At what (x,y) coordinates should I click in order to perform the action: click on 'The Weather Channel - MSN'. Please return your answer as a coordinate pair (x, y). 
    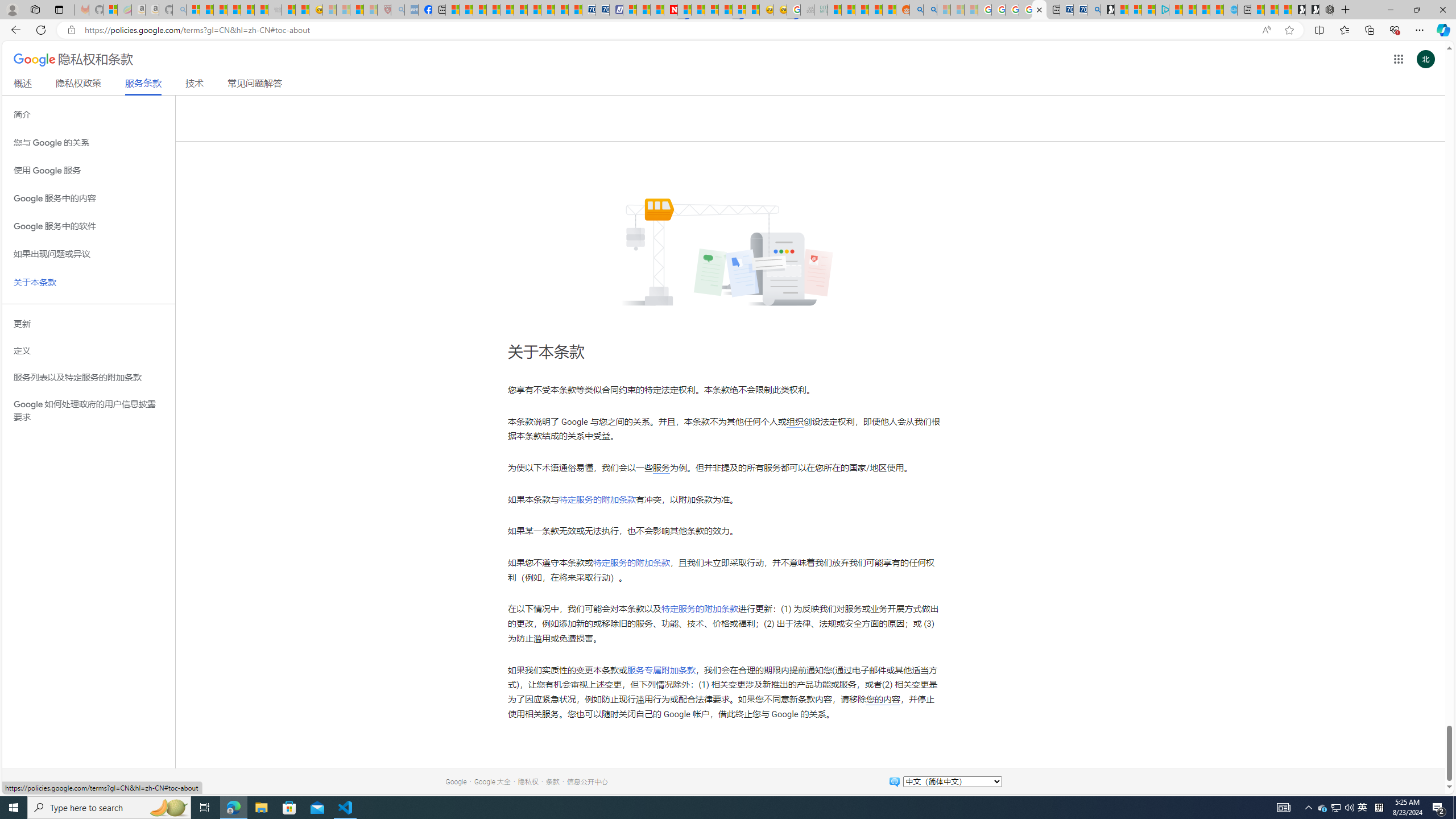
    Looking at the image, I should click on (220, 9).